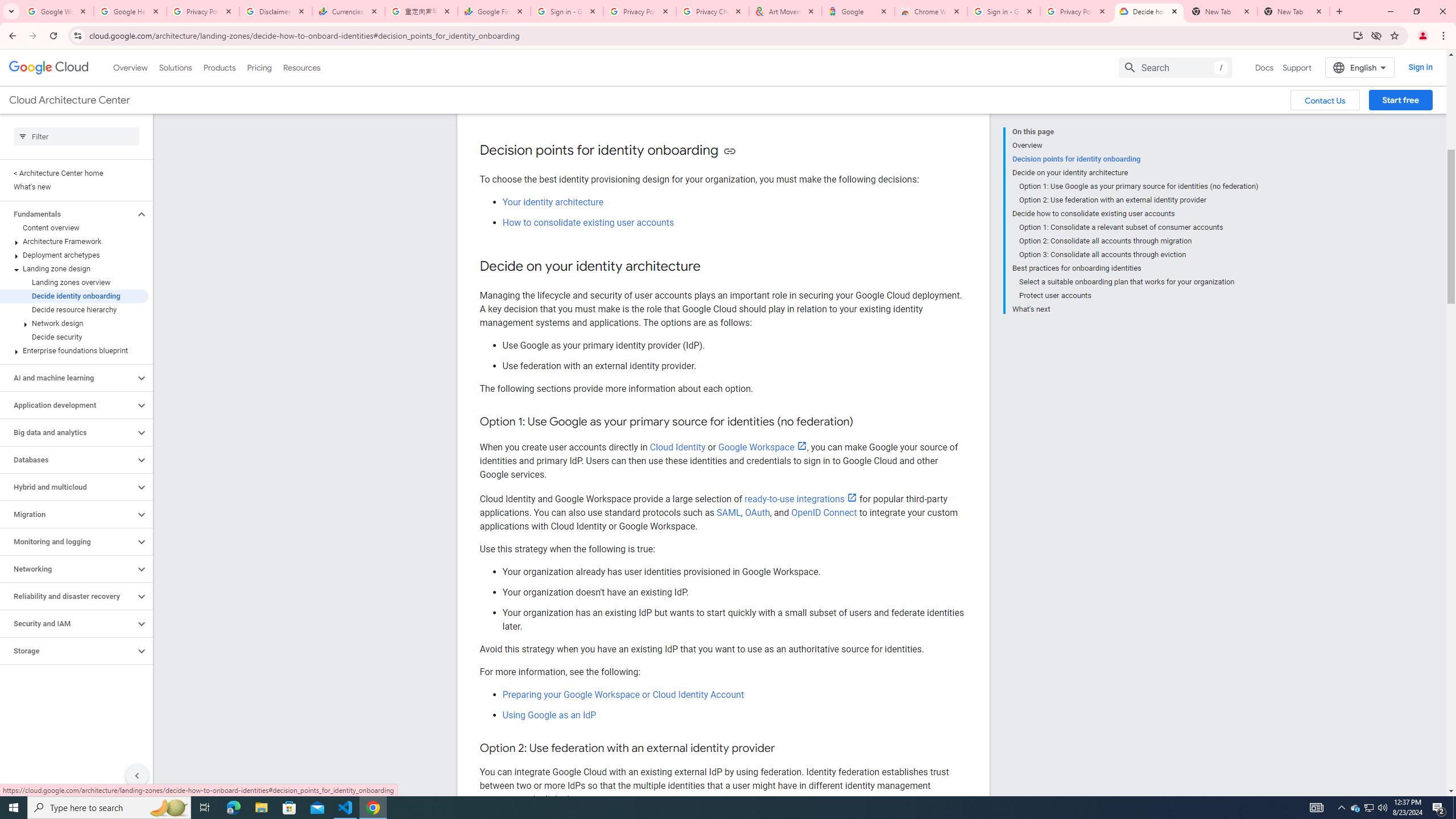 Image resolution: width=1456 pixels, height=819 pixels. I want to click on 'Architecture Framework', so click(74, 241).